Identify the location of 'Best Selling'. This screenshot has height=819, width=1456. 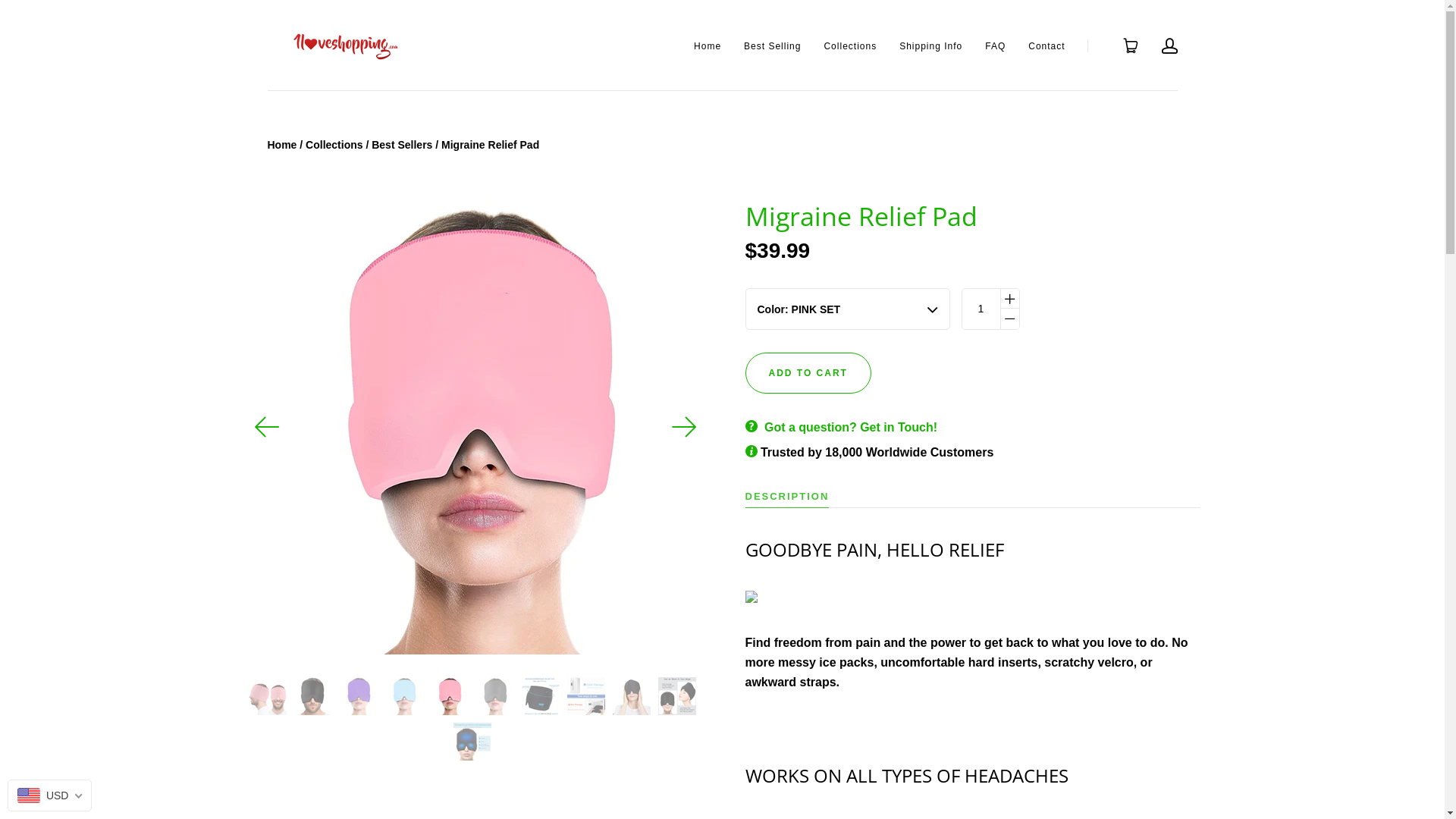
(743, 45).